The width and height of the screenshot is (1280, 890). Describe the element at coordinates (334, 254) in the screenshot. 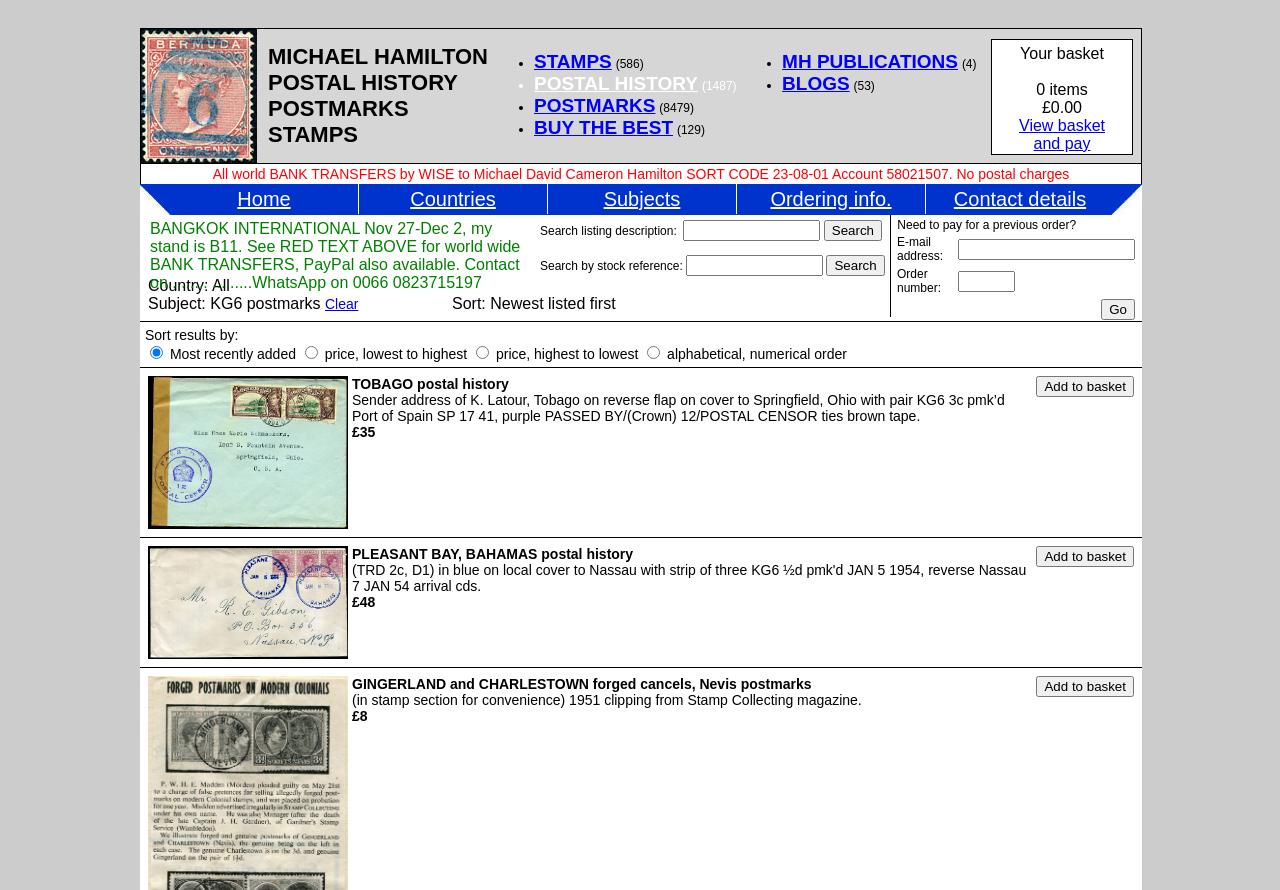

I see `'BANGKOK INTERNATIONAL Nov 27-Dec 2, my stand is B11. See RED TEXT ABOVE for world wide BANK TRANSFERS, PayPal also available.                                       Contact on......... .........WhatsApp on 0066 0823715197'` at that location.